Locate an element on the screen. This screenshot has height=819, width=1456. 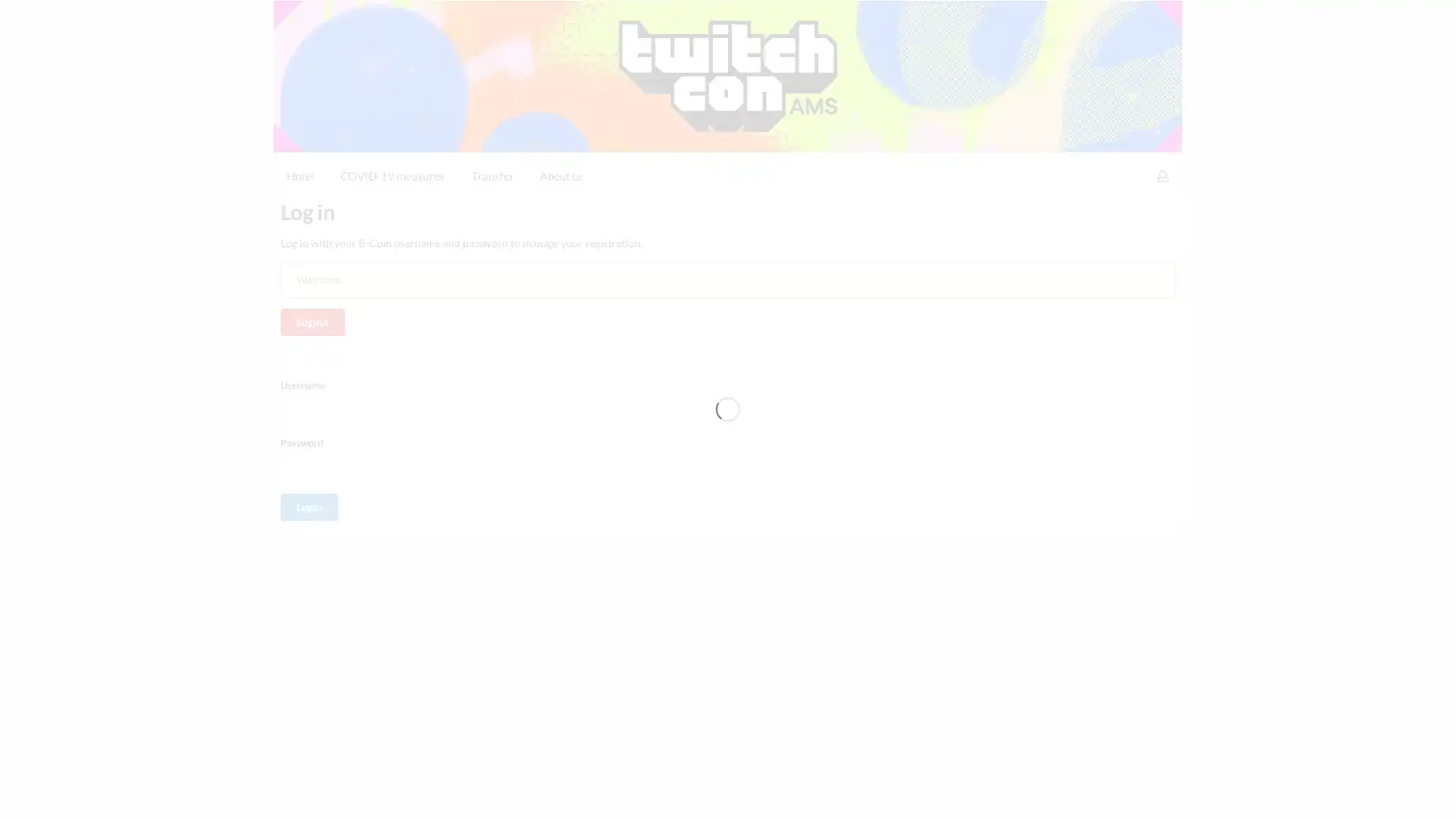
Allow All is located at coordinates (1125, 794).